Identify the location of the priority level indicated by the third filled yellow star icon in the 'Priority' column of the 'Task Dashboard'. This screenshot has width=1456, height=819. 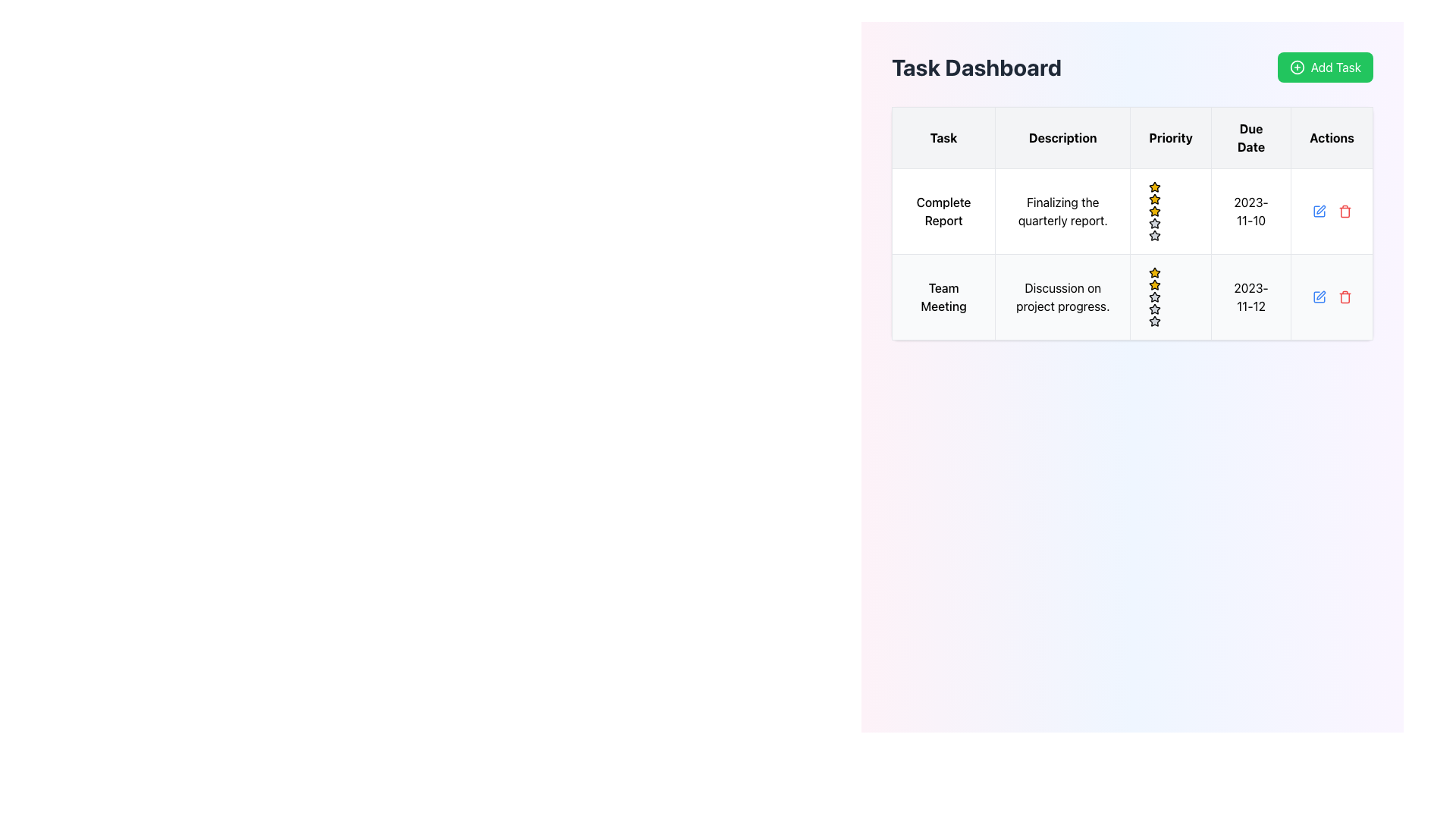
(1154, 198).